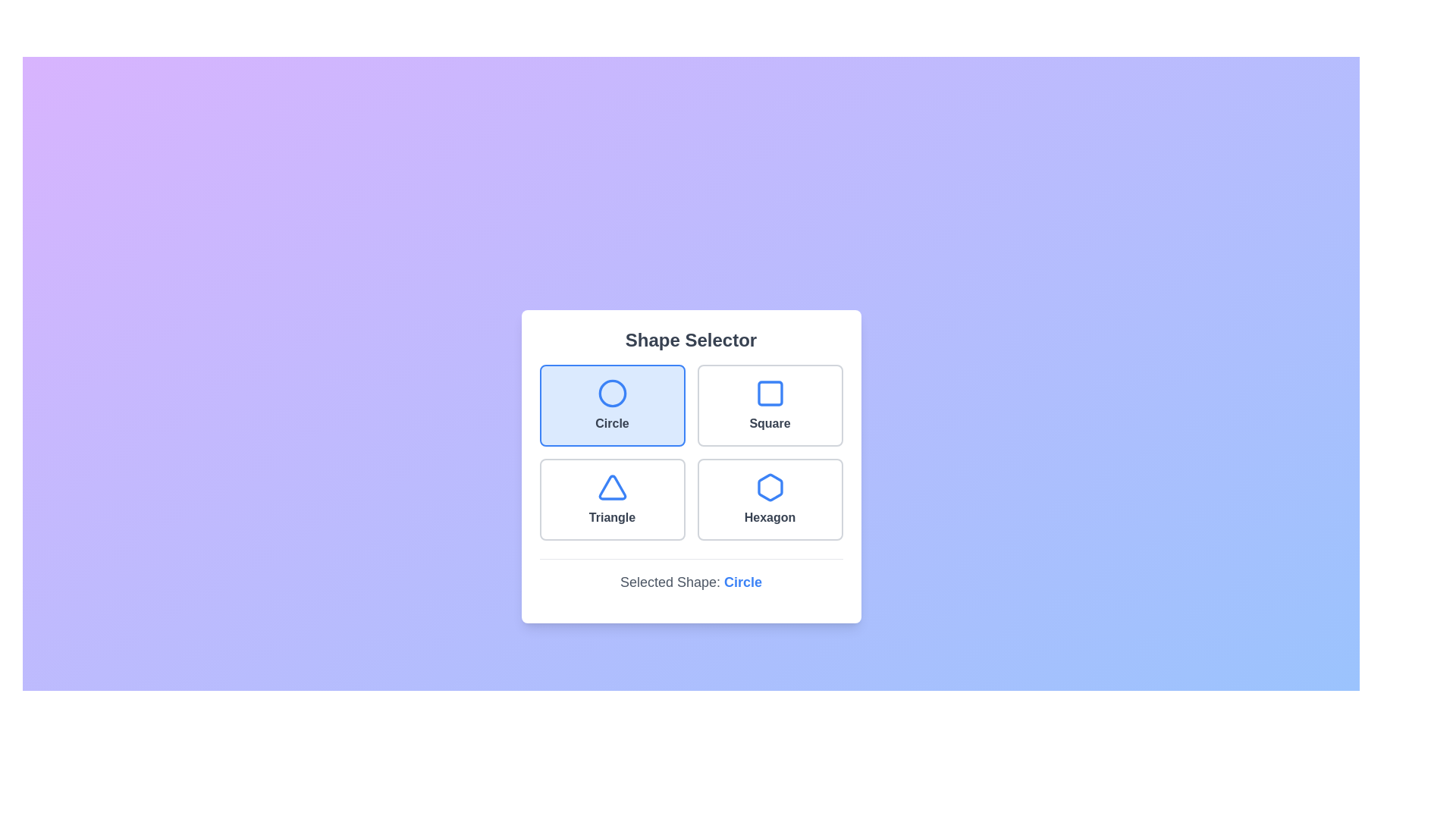 Image resolution: width=1456 pixels, height=819 pixels. Describe the element at coordinates (612, 499) in the screenshot. I see `the shape button corresponding to Triangle` at that location.